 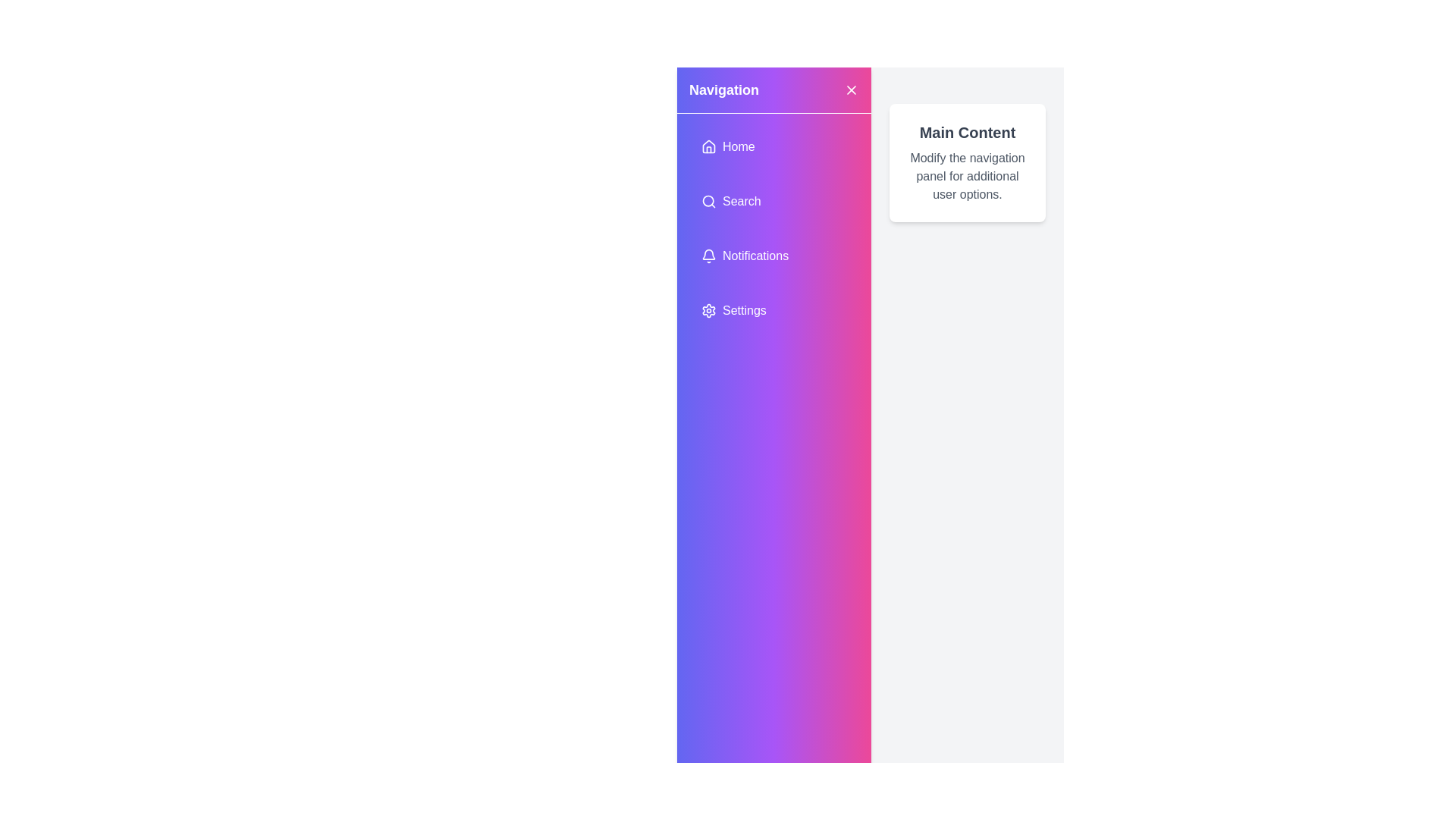 I want to click on the gear icon representing settings, which is located to the left of the 'Settings' label in the vertical navigation menu with a purple background, so click(x=708, y=309).